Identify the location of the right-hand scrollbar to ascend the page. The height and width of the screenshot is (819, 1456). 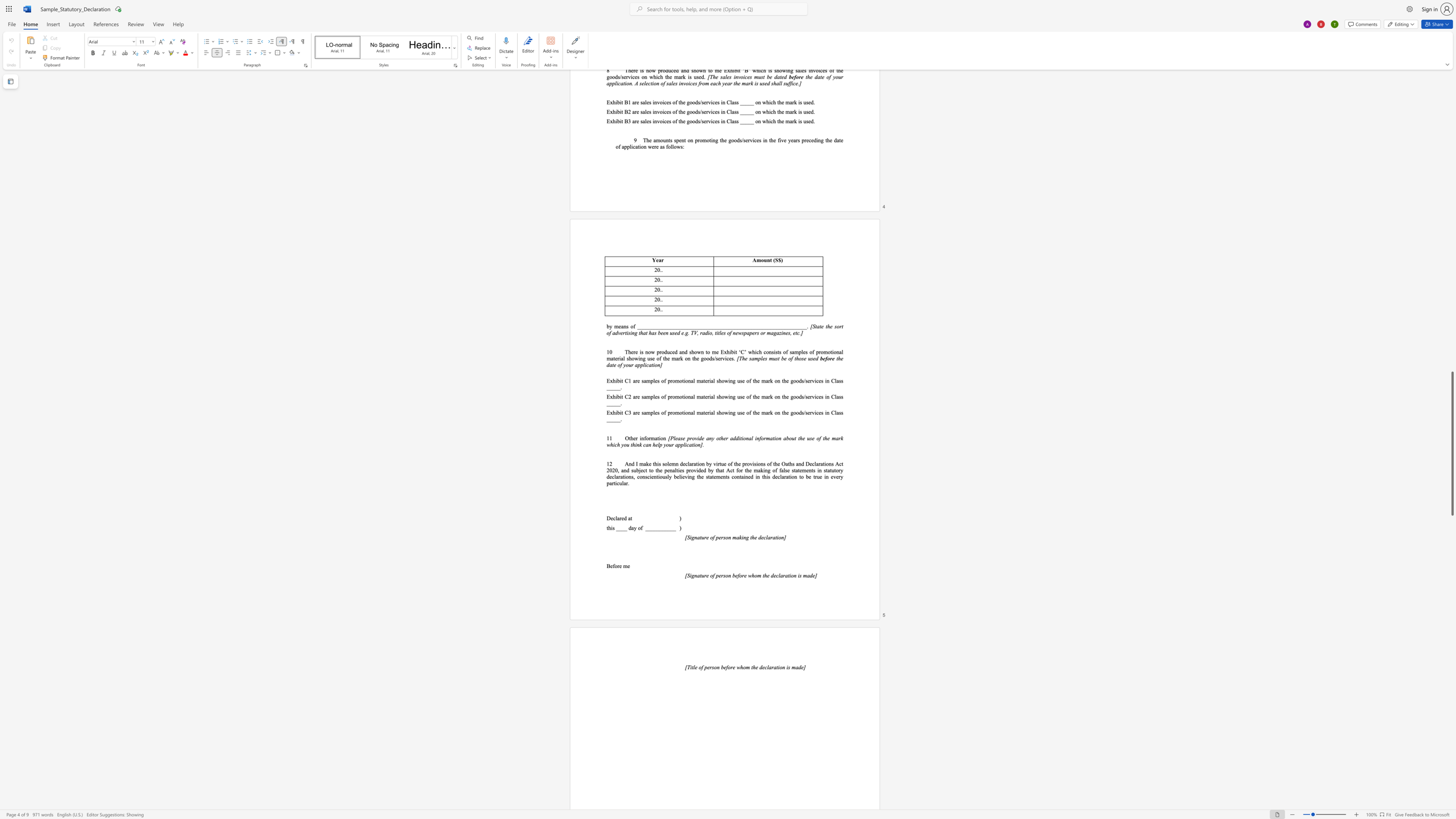
(1451, 508).